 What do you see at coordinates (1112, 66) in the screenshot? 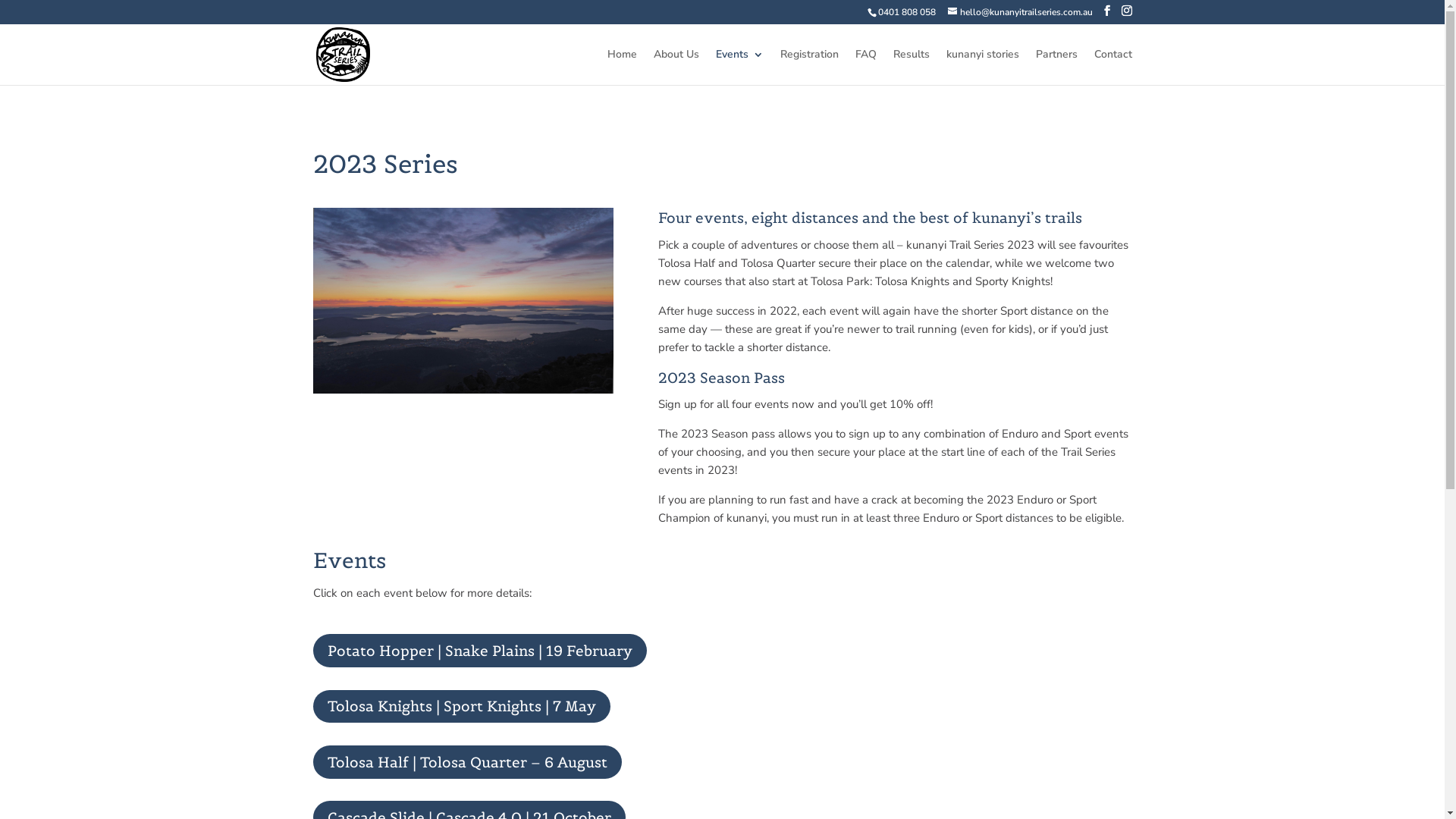
I see `'Contact'` at bounding box center [1112, 66].